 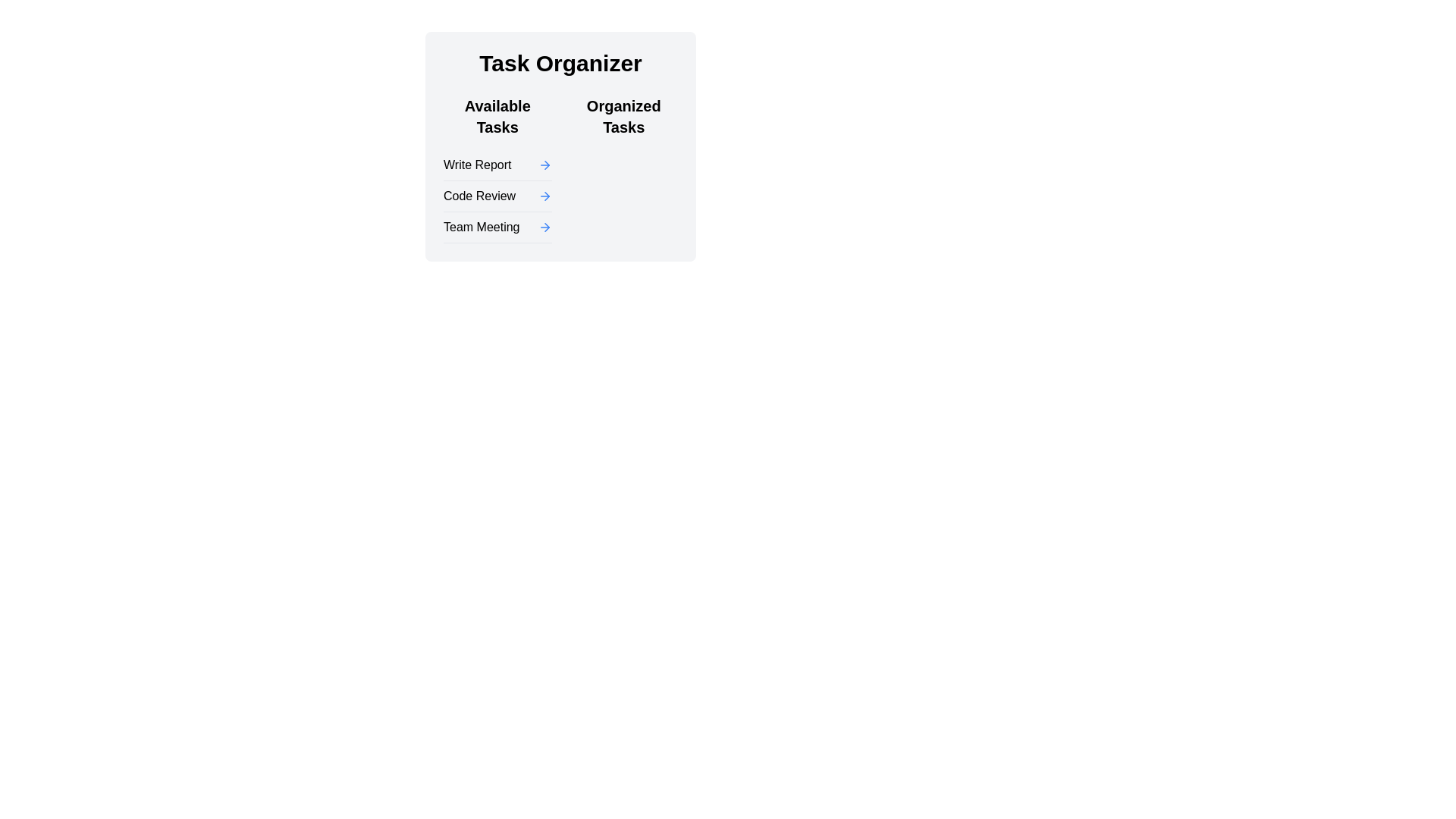 I want to click on the selectable task list item named 'Code Review' in the second row of the 'Available Tasks' list within the 'Task Organizer' panel, so click(x=497, y=196).